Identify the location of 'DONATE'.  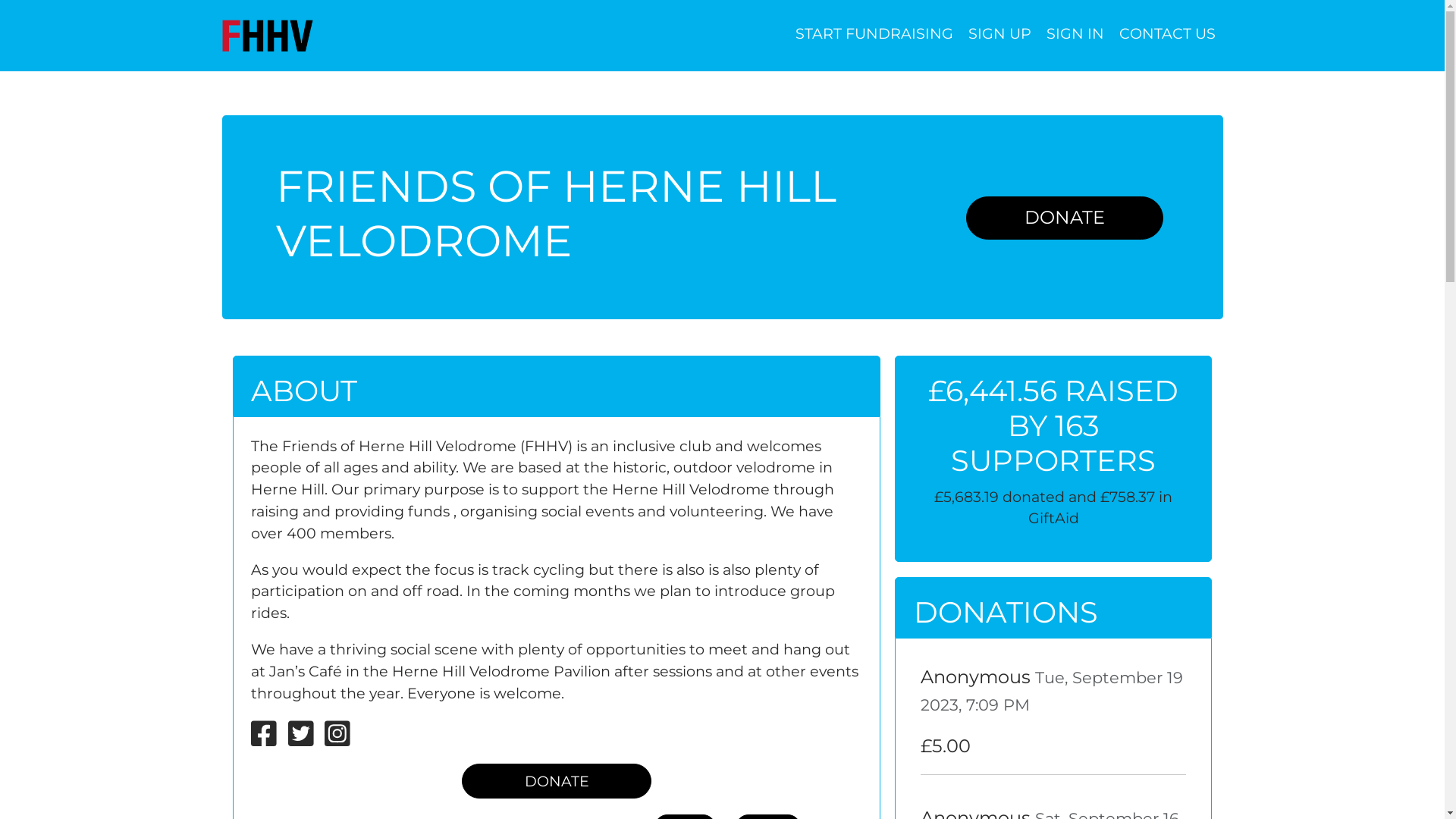
(1063, 218).